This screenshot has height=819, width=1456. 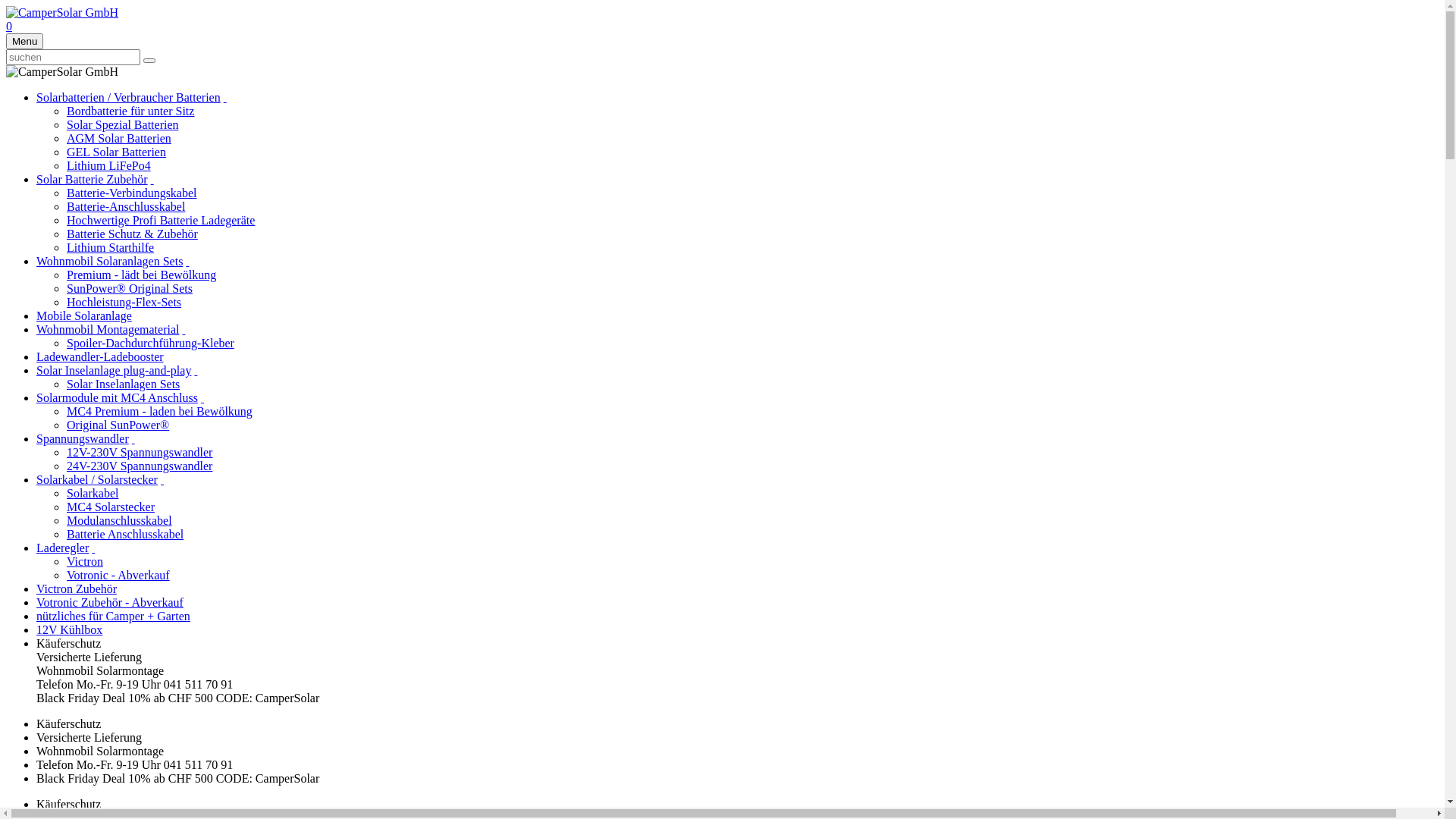 I want to click on 'Solar Spezial Batterien', so click(x=123, y=124).